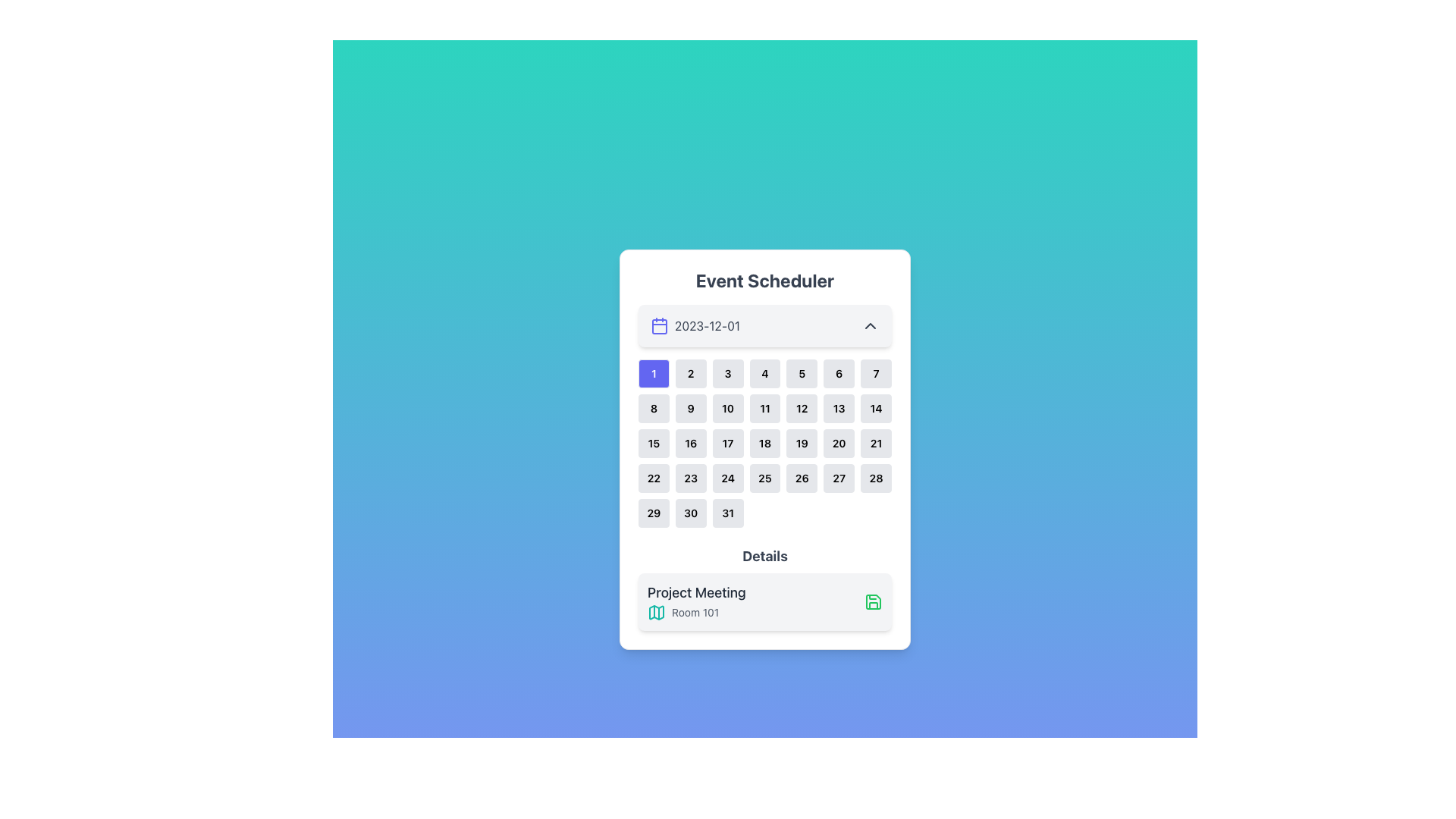 The height and width of the screenshot is (819, 1456). Describe the element at coordinates (659, 326) in the screenshot. I see `the indigo square with rounded corners representing the background of the calendar icon located near the top-left of the SVG graphic` at that location.